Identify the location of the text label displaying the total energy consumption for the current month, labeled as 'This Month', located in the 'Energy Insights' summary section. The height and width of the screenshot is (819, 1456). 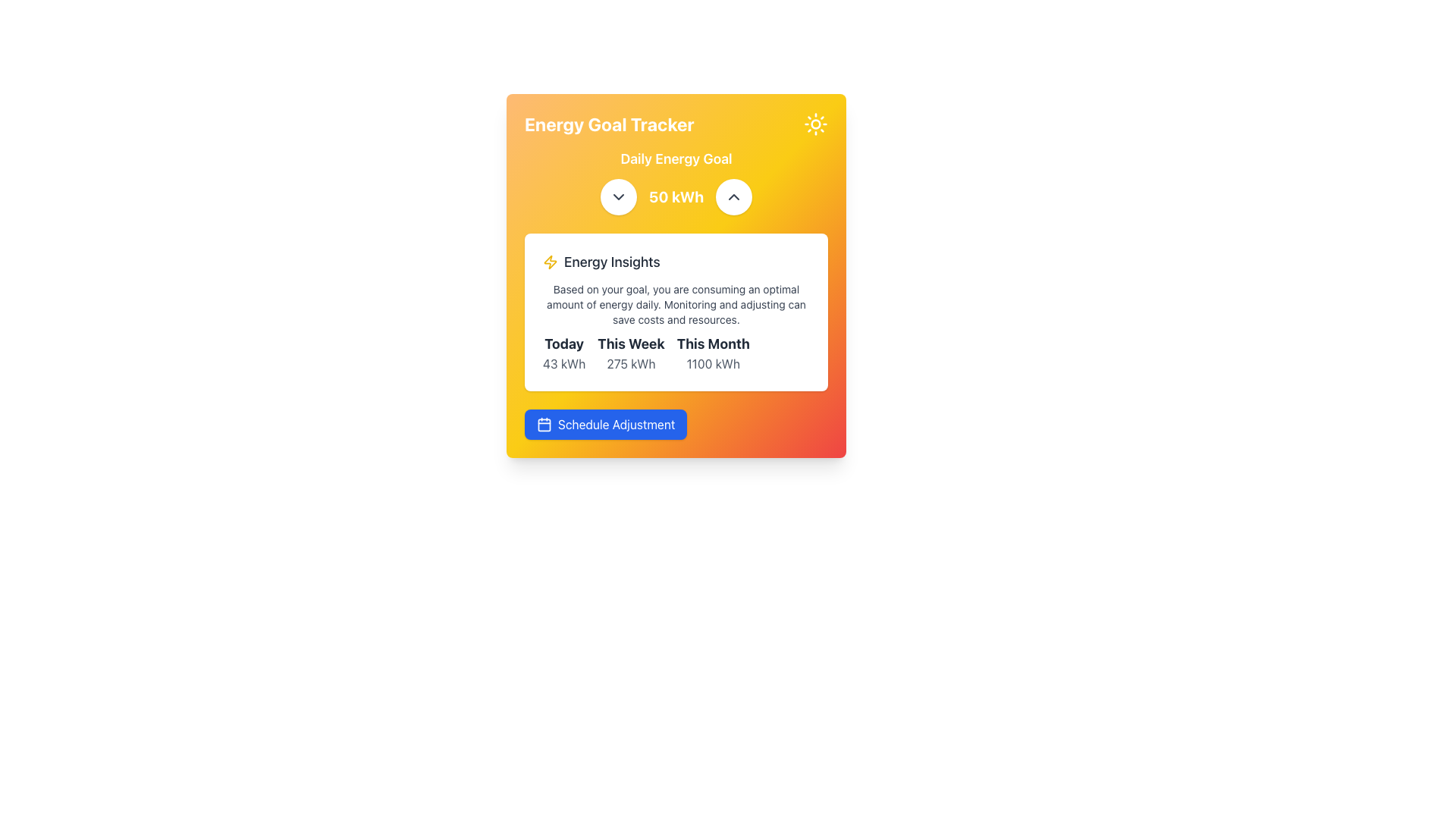
(712, 363).